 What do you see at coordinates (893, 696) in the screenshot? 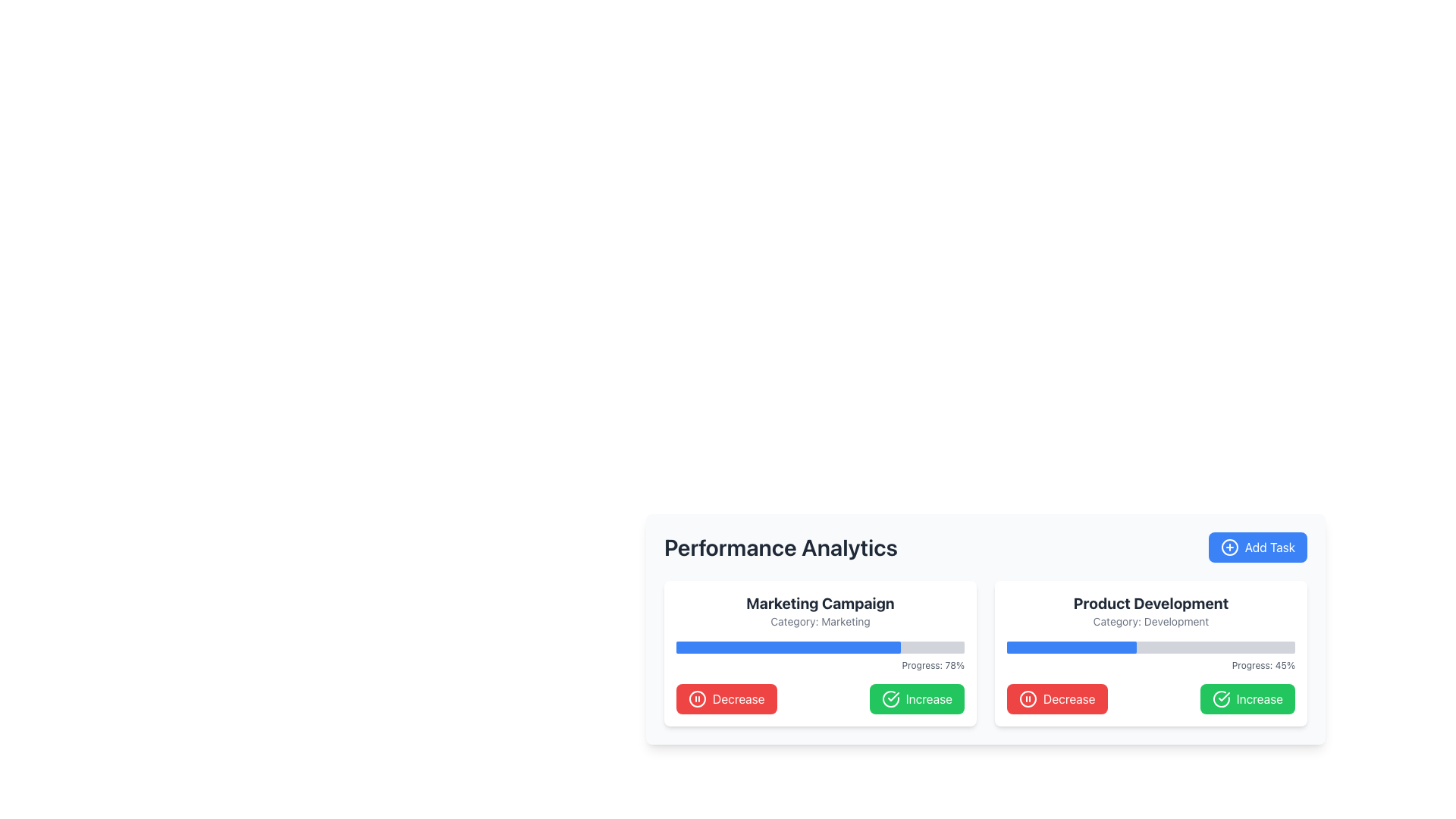
I see `the green badge-like checkmark icon inside the 'Increase' button under the 'Marketing Campaign' section` at bounding box center [893, 696].